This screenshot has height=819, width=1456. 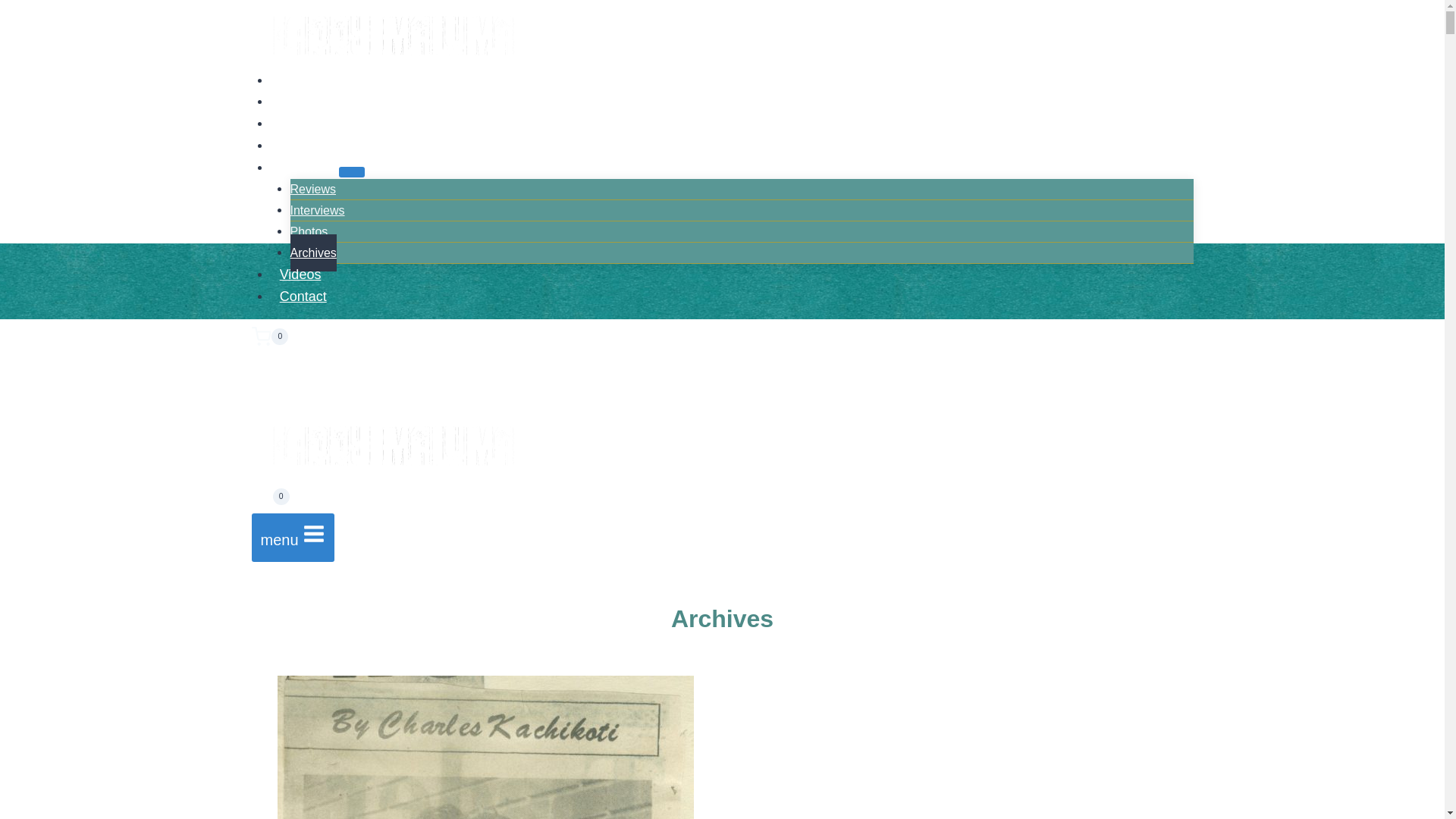 What do you see at coordinates (312, 252) in the screenshot?
I see `'Archives'` at bounding box center [312, 252].